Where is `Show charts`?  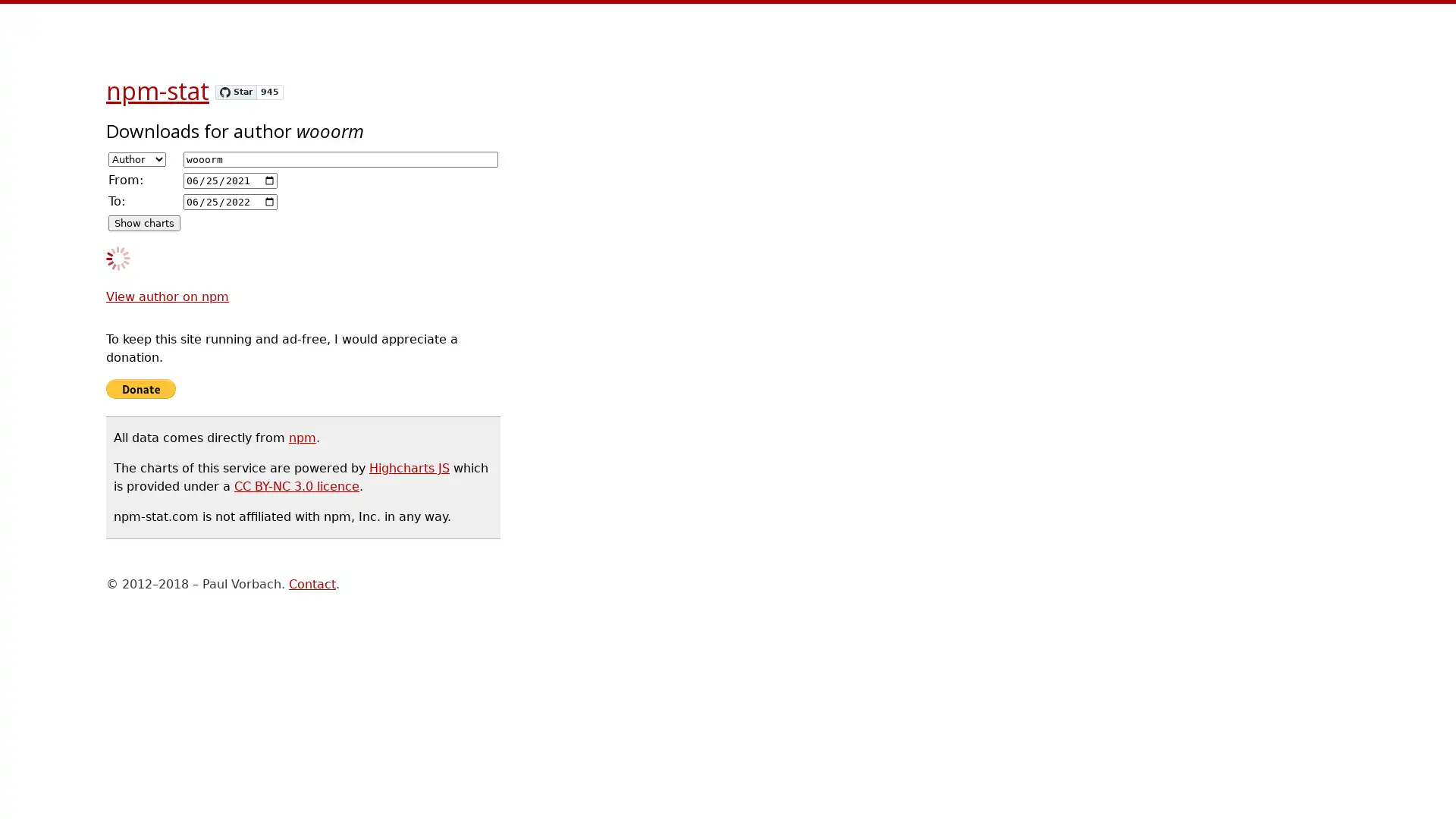
Show charts is located at coordinates (144, 223).